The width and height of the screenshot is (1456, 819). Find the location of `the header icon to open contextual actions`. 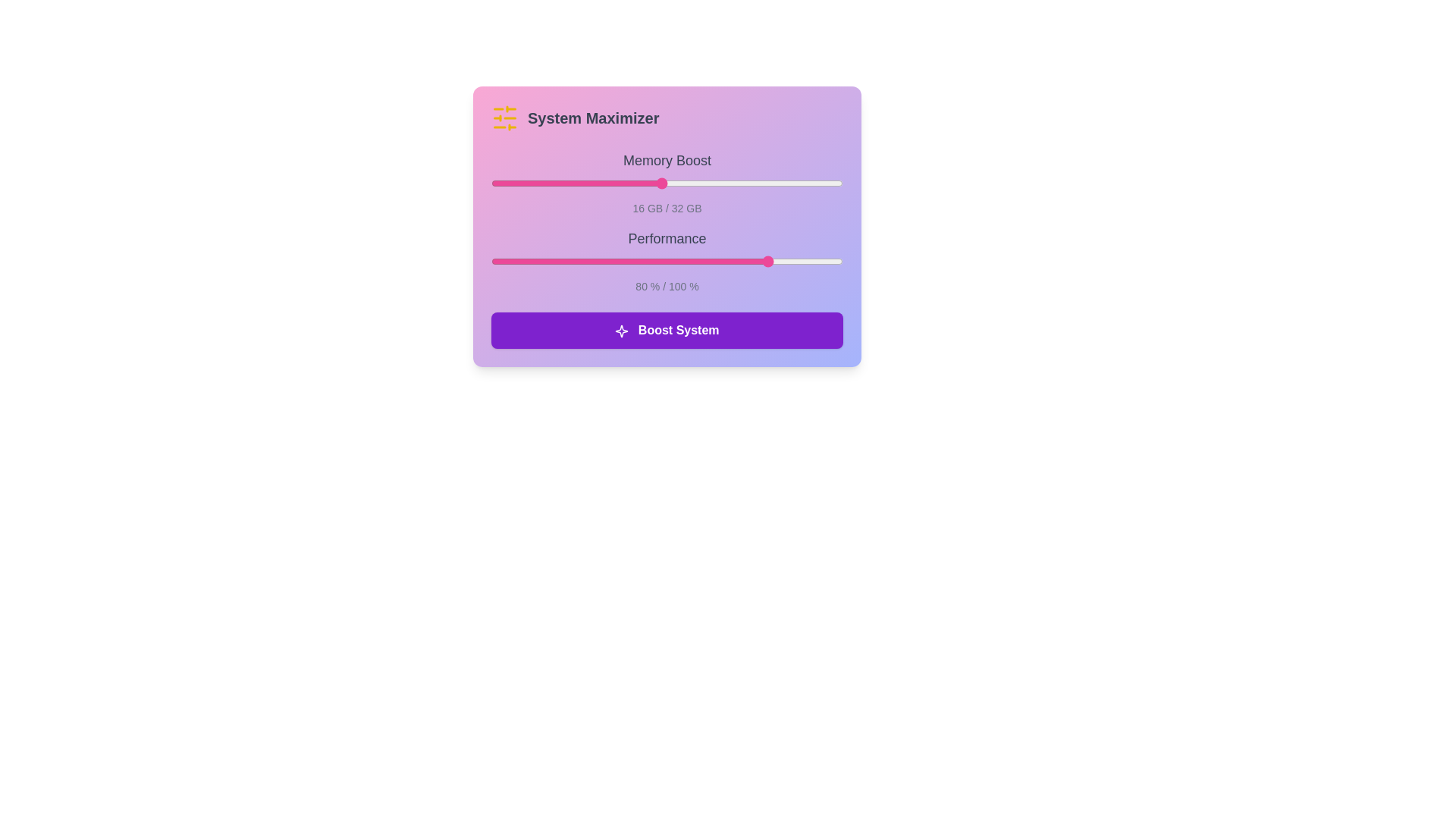

the header icon to open contextual actions is located at coordinates (505, 117).